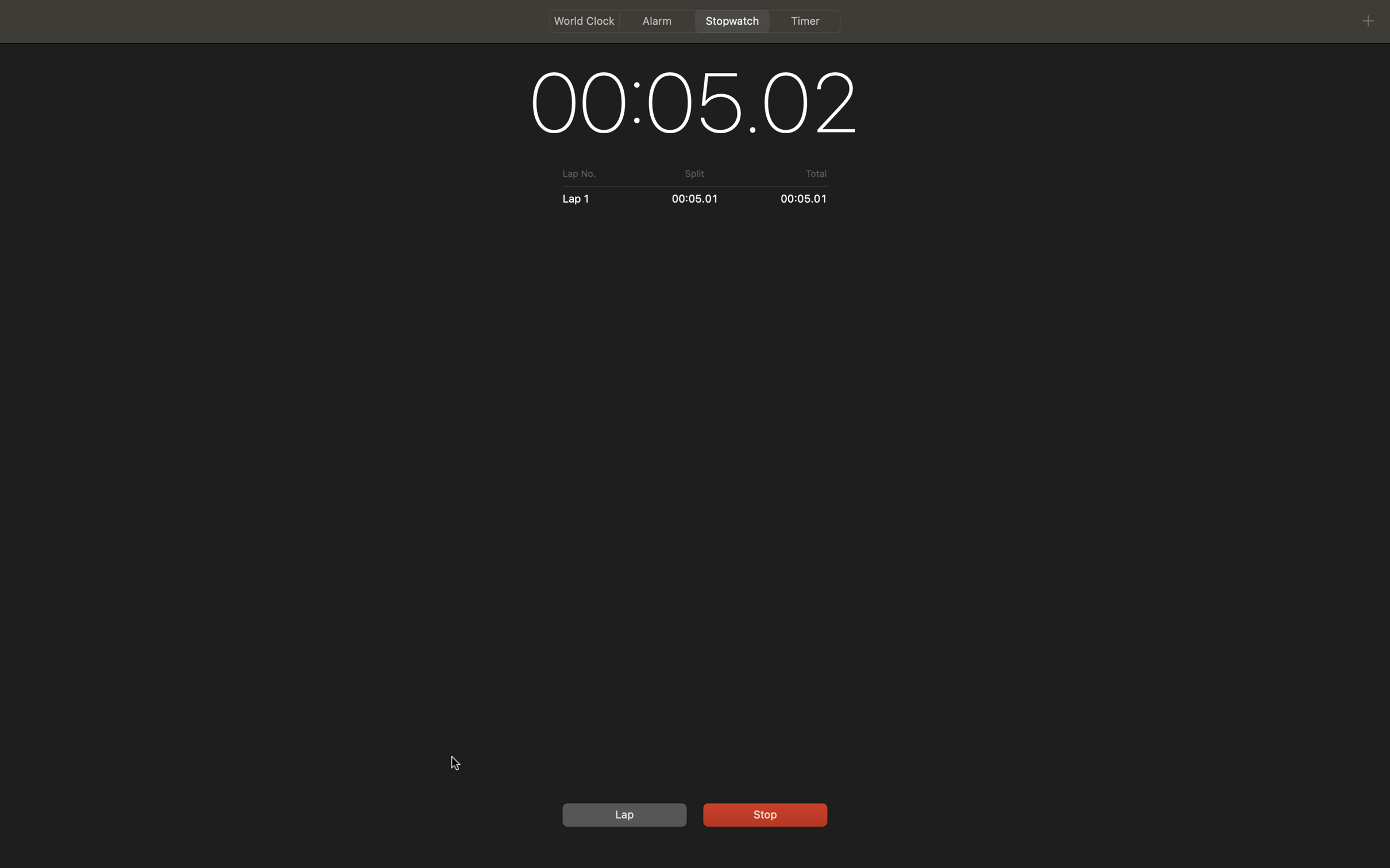 This screenshot has height=868, width=1390. I want to click on Suspend the stopwatch function, then initiate it again, so click(763, 813).